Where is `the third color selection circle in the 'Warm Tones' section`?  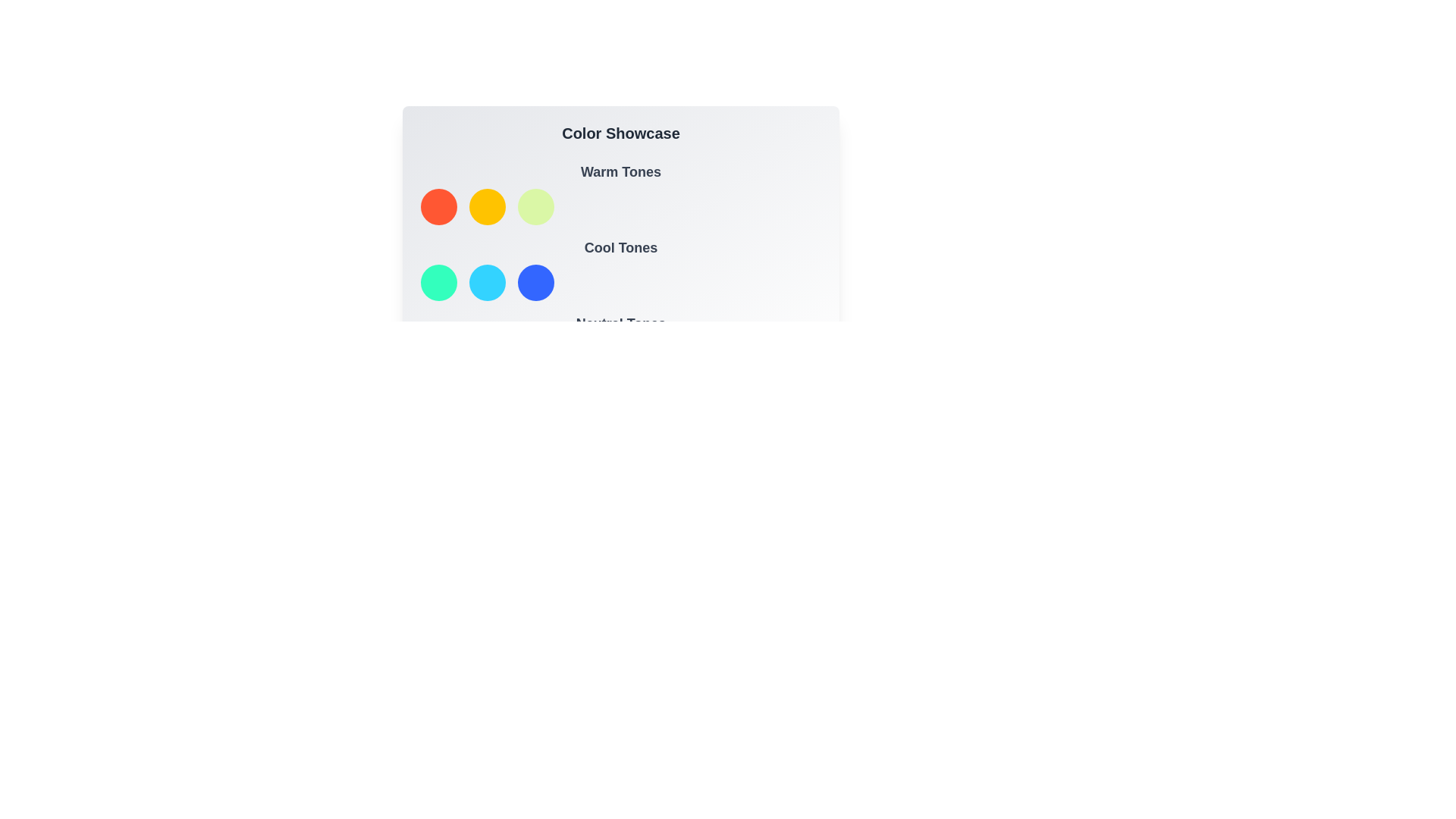 the third color selection circle in the 'Warm Tones' section is located at coordinates (535, 207).